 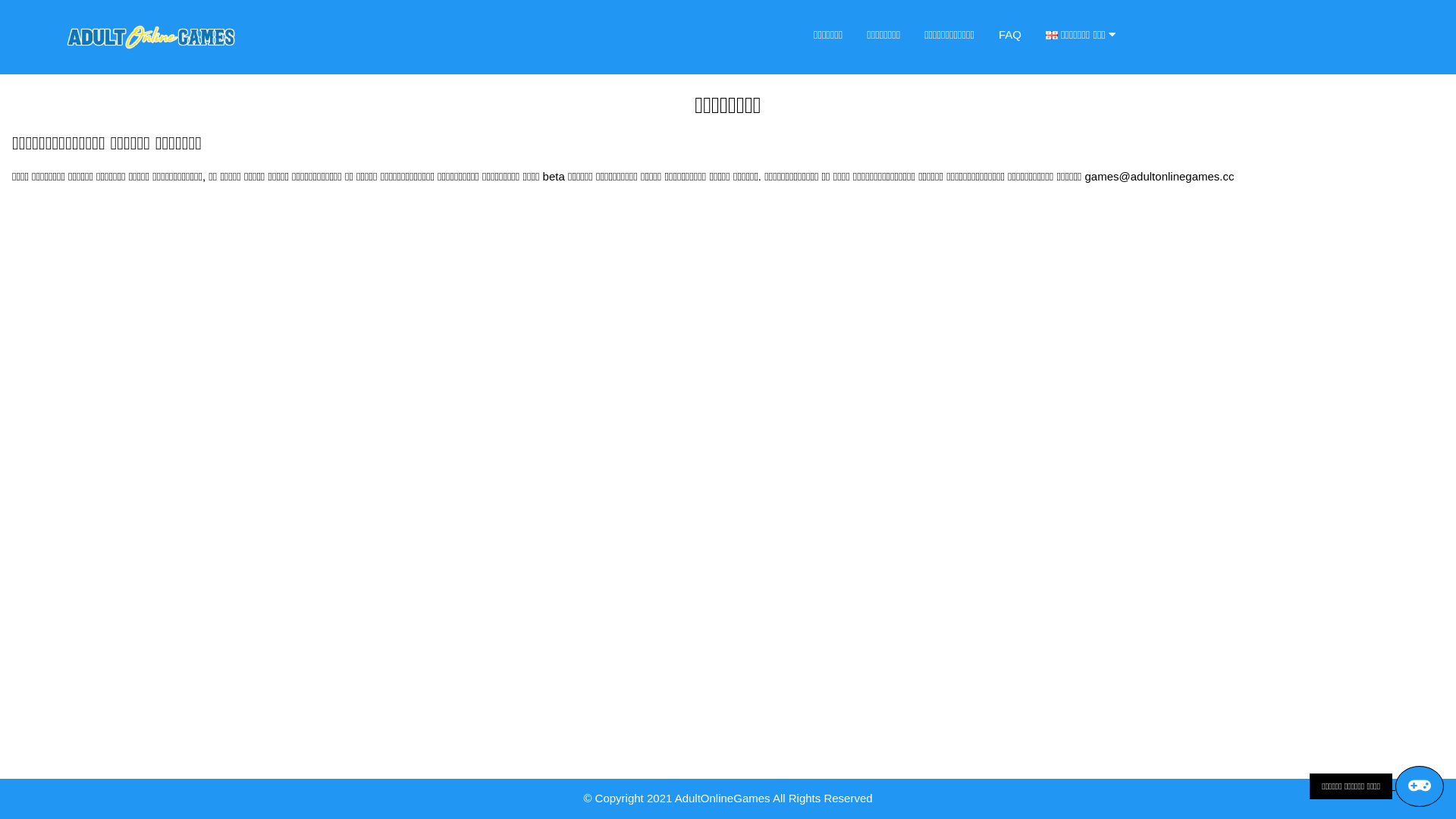 I want to click on 'FAQ', so click(x=1009, y=34).